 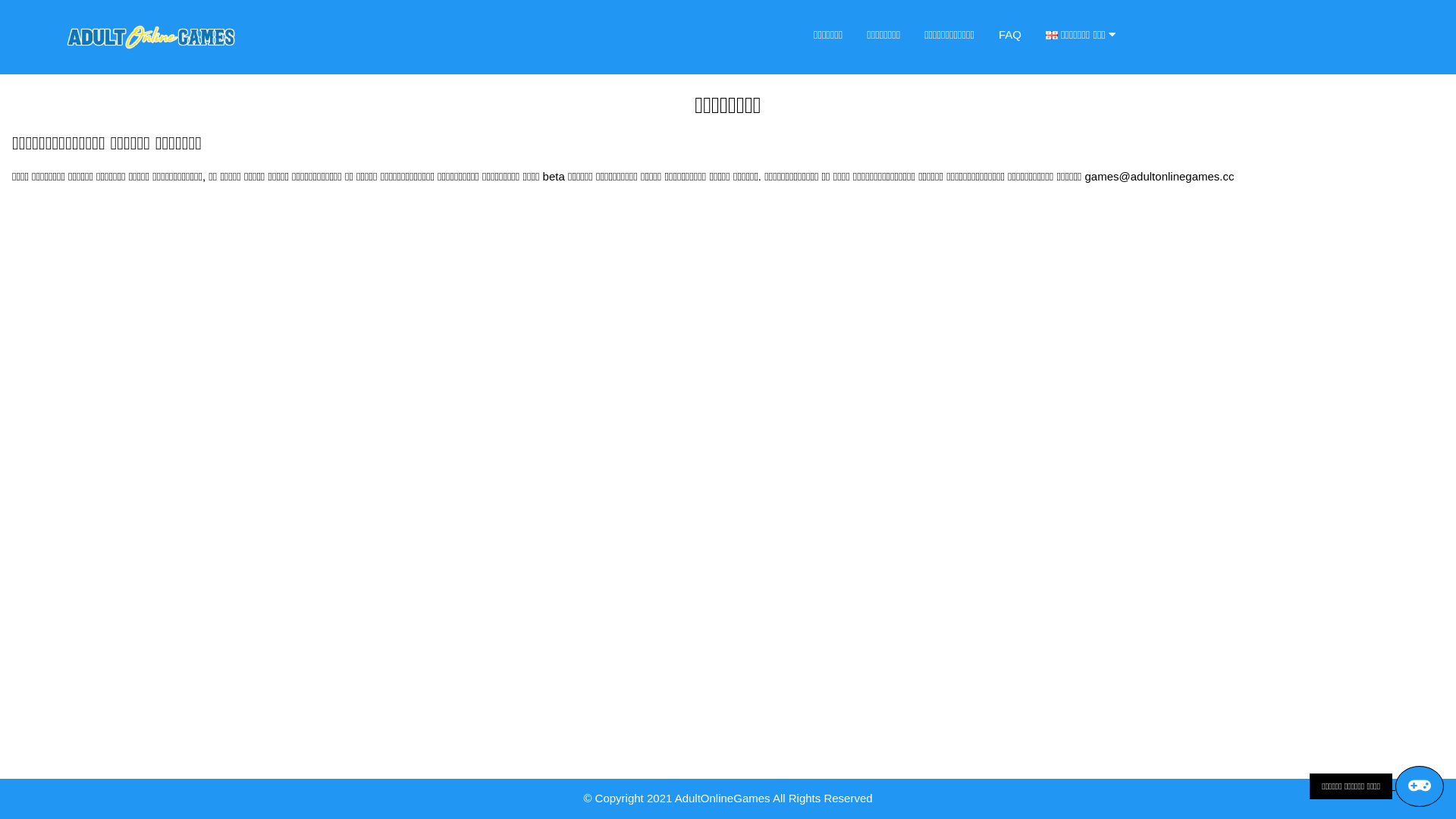 I want to click on 'FAQ', so click(x=1009, y=34).